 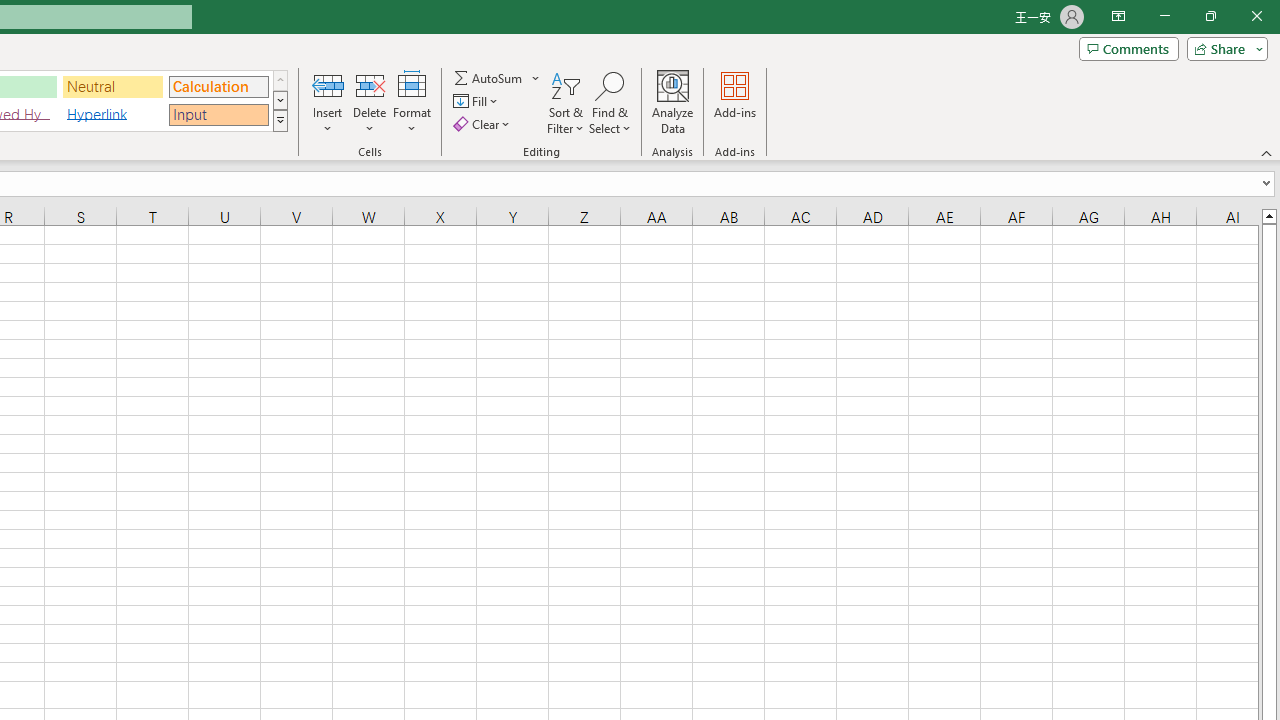 I want to click on 'Analyze Data', so click(x=673, y=103).